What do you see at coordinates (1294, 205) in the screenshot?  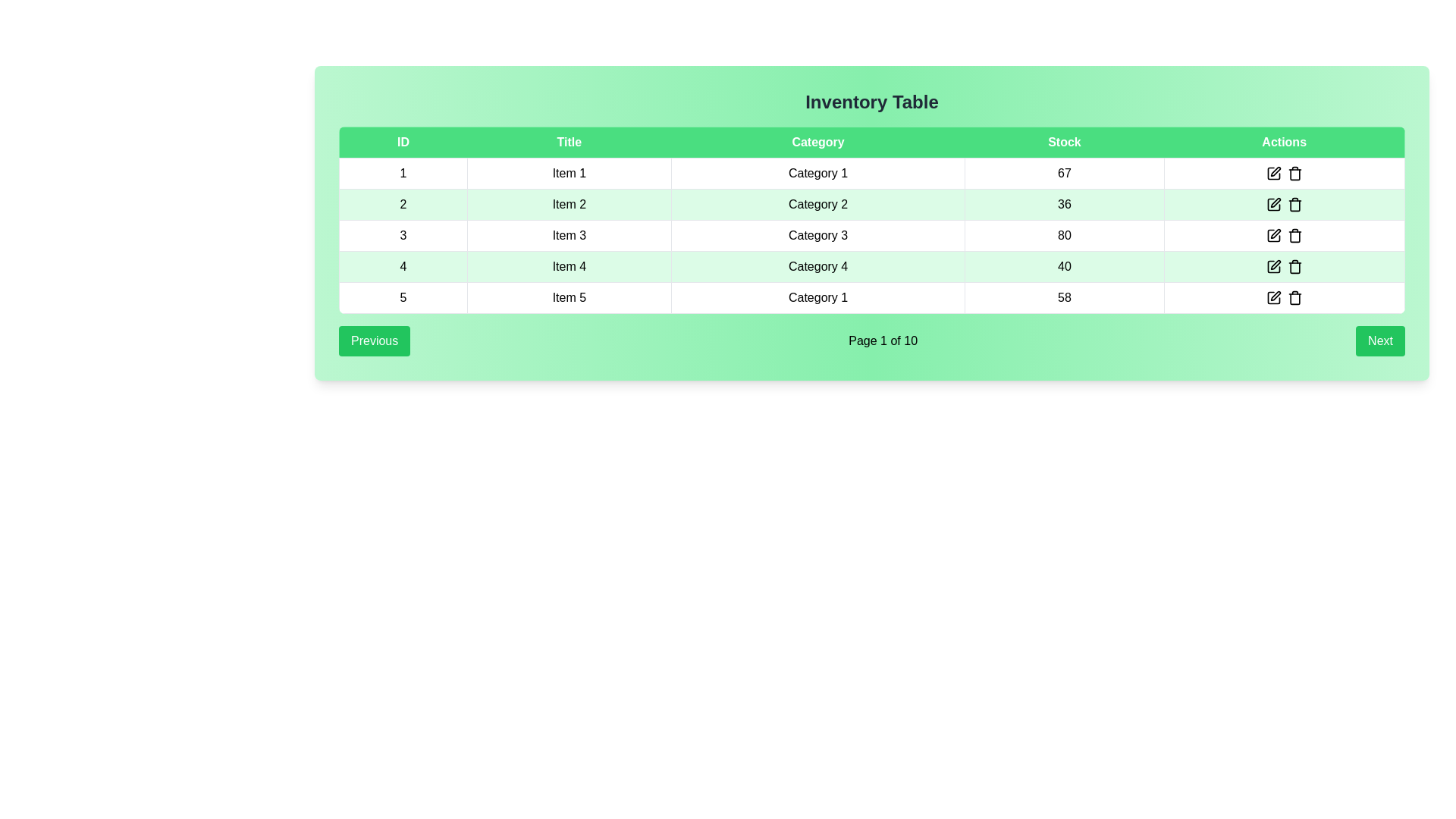 I see `the trash can icon located in the 'Actions' column of the second row in the table` at bounding box center [1294, 205].